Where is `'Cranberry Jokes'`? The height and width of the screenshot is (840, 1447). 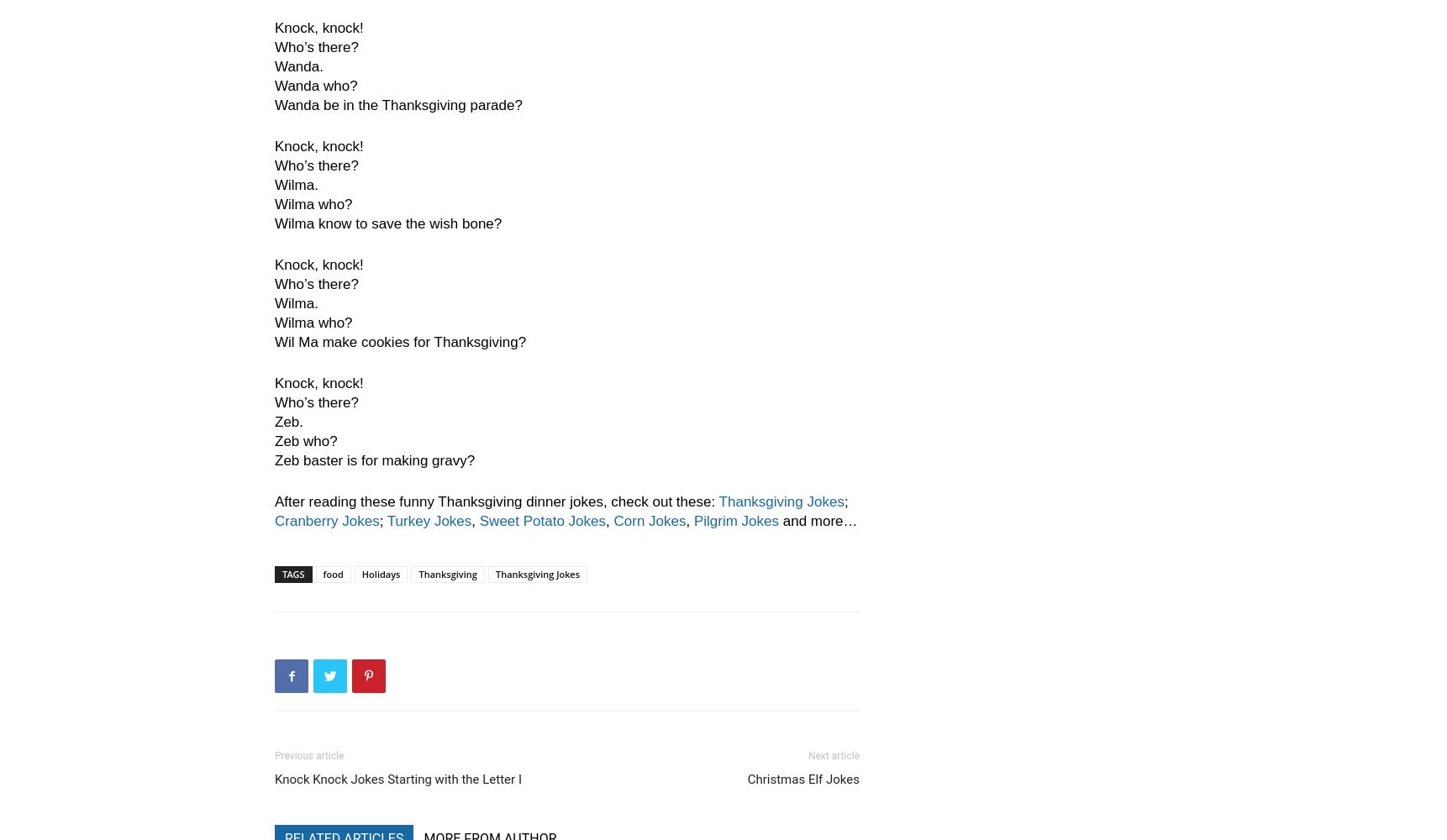 'Cranberry Jokes' is located at coordinates (326, 520).